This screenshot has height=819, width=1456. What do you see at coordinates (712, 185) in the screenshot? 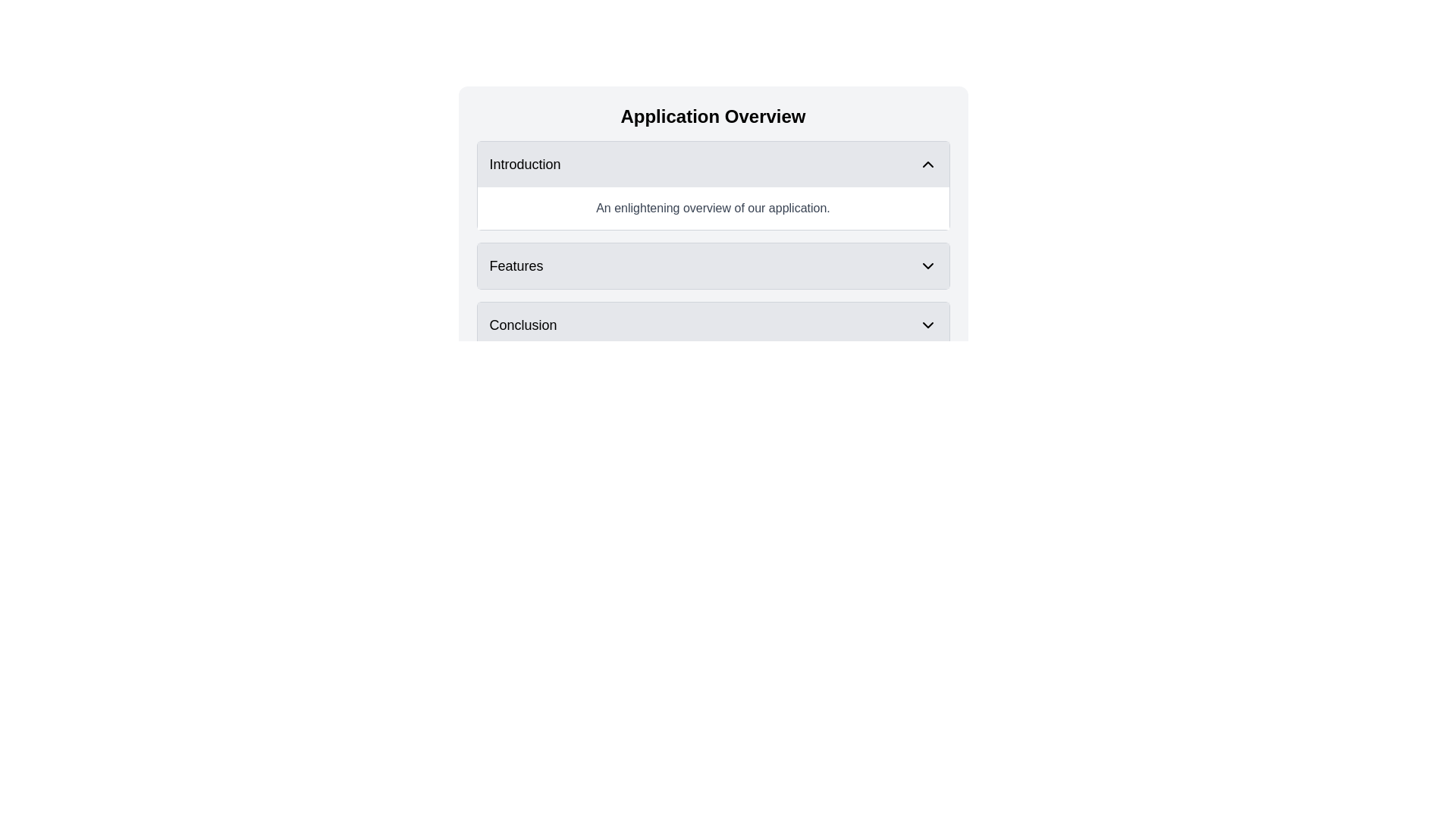
I see `the 'Introduction' collapsible section, which is styled with a rounded border and light-gray background, located in the application overview` at bounding box center [712, 185].